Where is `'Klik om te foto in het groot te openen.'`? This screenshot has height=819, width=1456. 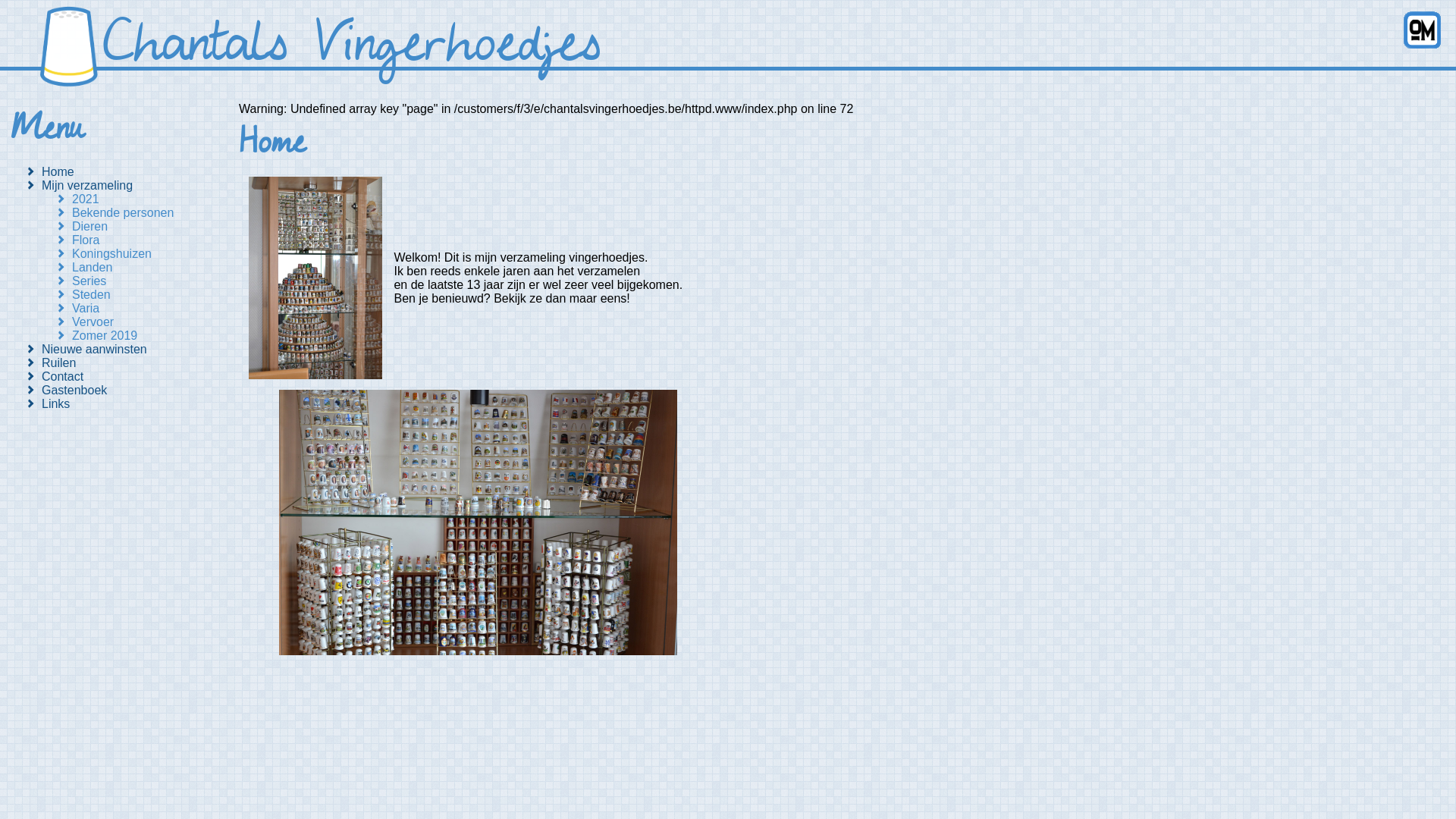
'Klik om te foto in het groot te openen.' is located at coordinates (462, 650).